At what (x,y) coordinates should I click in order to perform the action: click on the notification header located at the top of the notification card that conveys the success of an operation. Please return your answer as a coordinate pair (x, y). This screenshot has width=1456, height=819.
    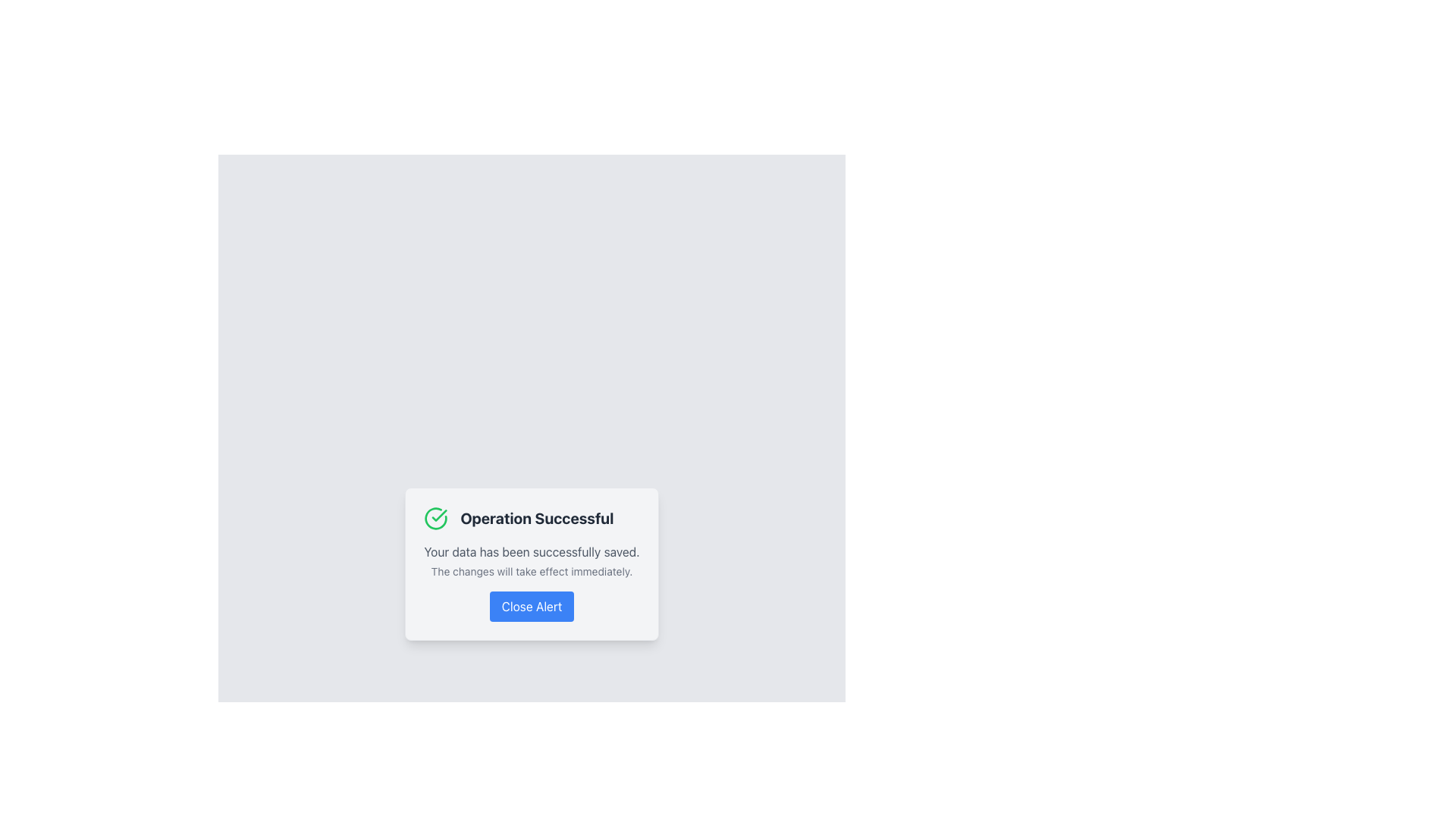
    Looking at the image, I should click on (532, 517).